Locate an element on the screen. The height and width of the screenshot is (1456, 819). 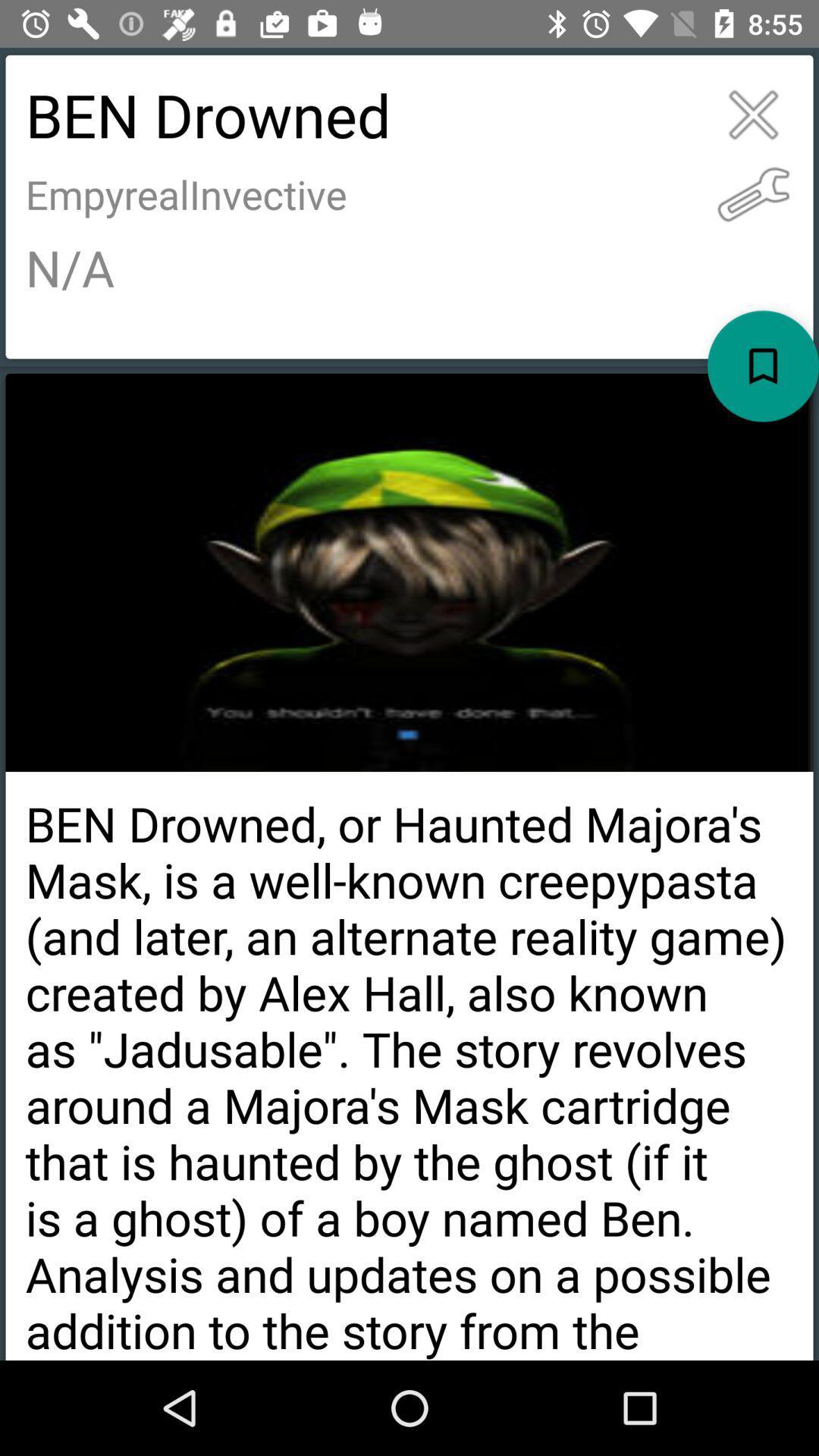
the icon above ben drowned or icon is located at coordinates (763, 366).